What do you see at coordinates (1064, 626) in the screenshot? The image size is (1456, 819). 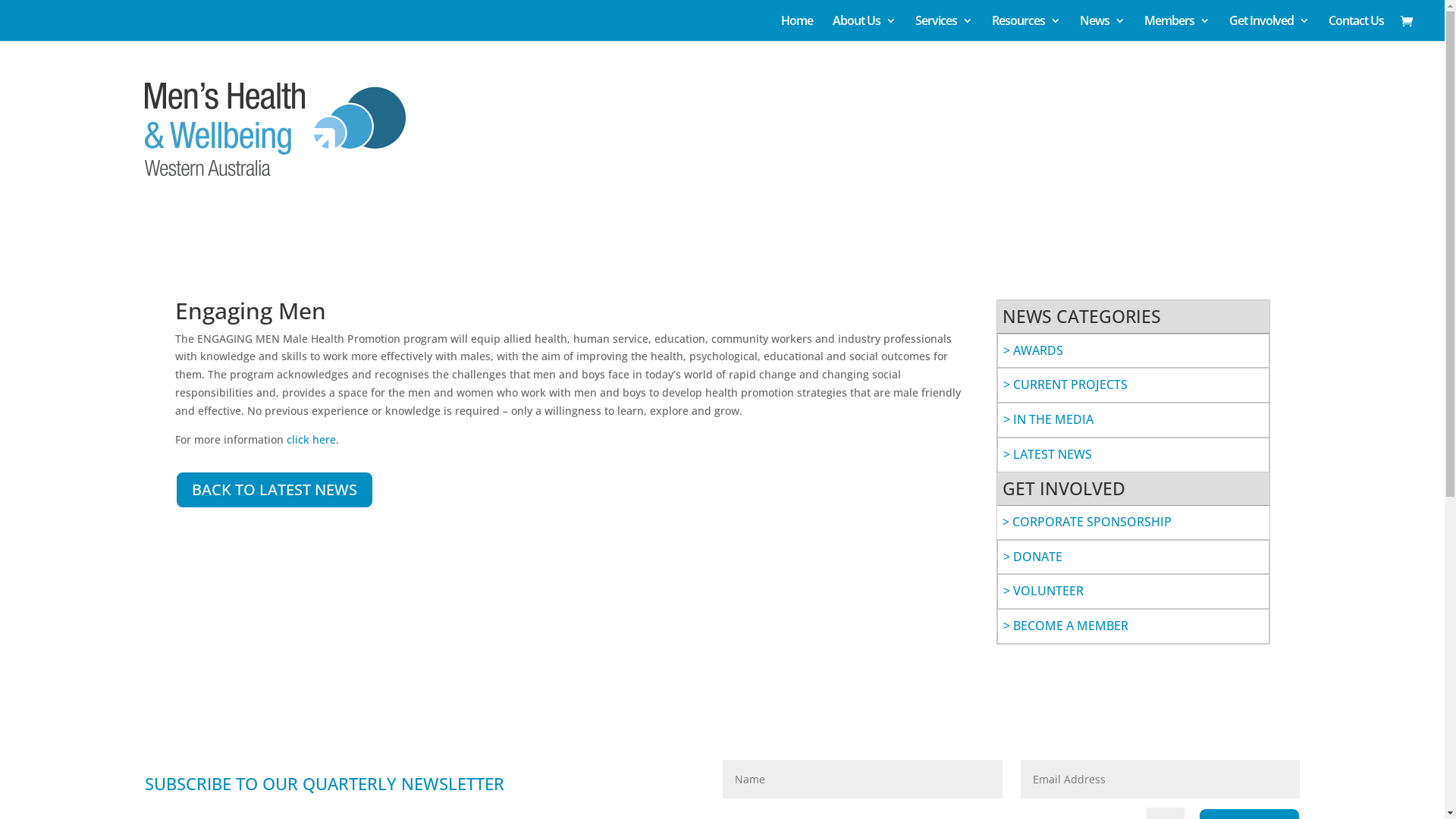 I see `'> BECOME A MEMBER'` at bounding box center [1064, 626].